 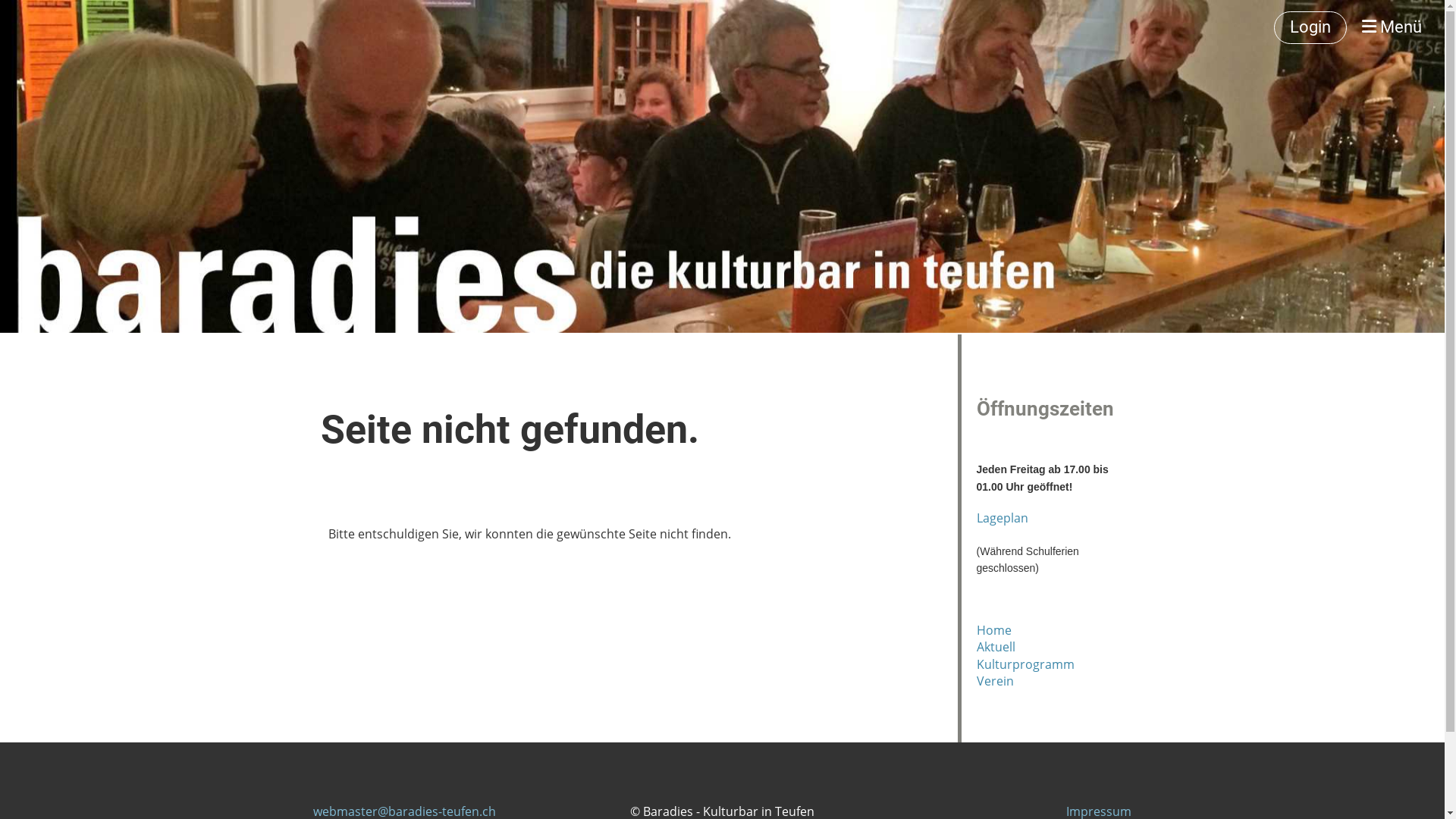 I want to click on 'Aktuell', so click(x=996, y=646).